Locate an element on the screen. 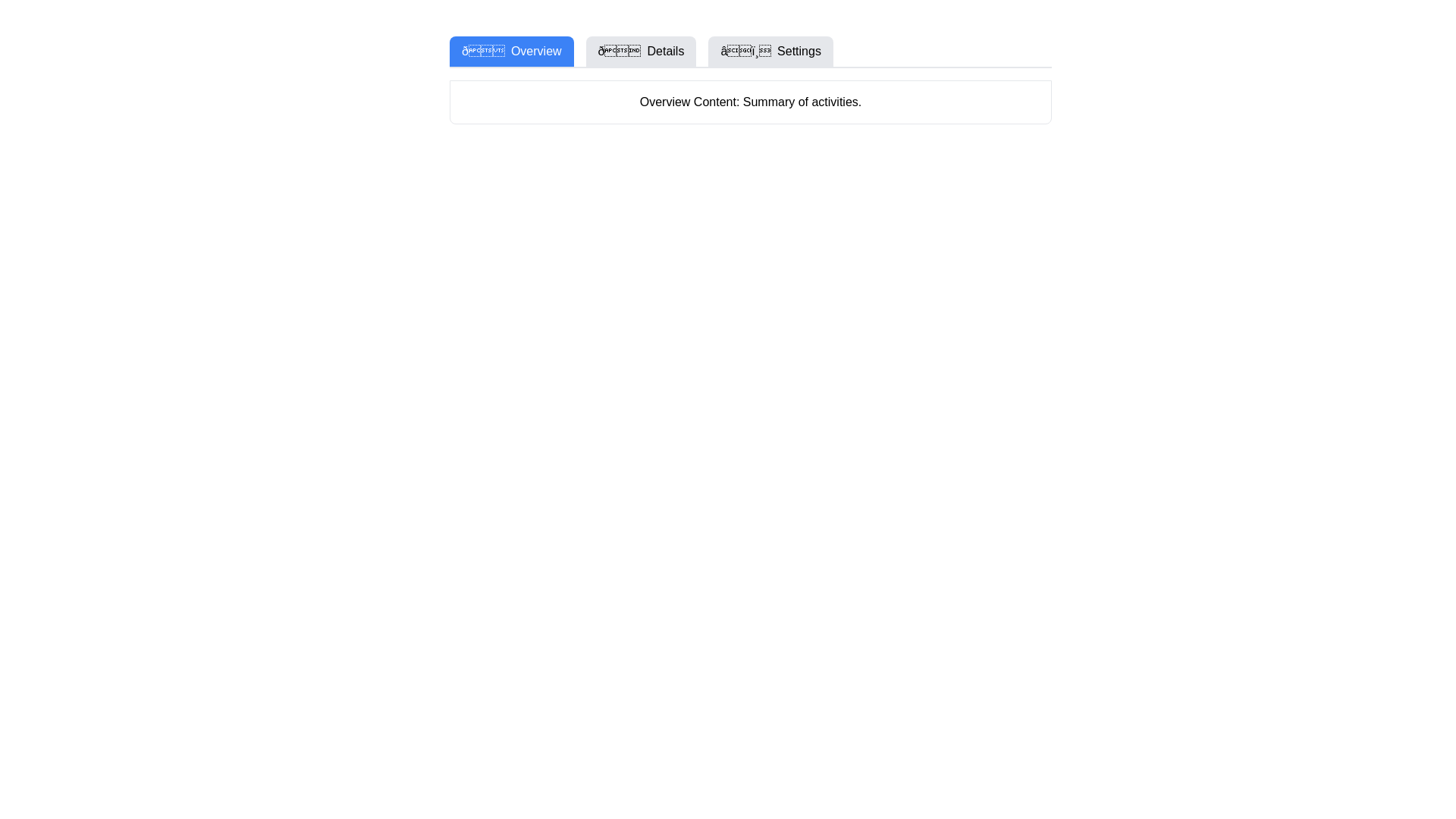  the second tab navigation button labeled 'Details' is located at coordinates (641, 51).